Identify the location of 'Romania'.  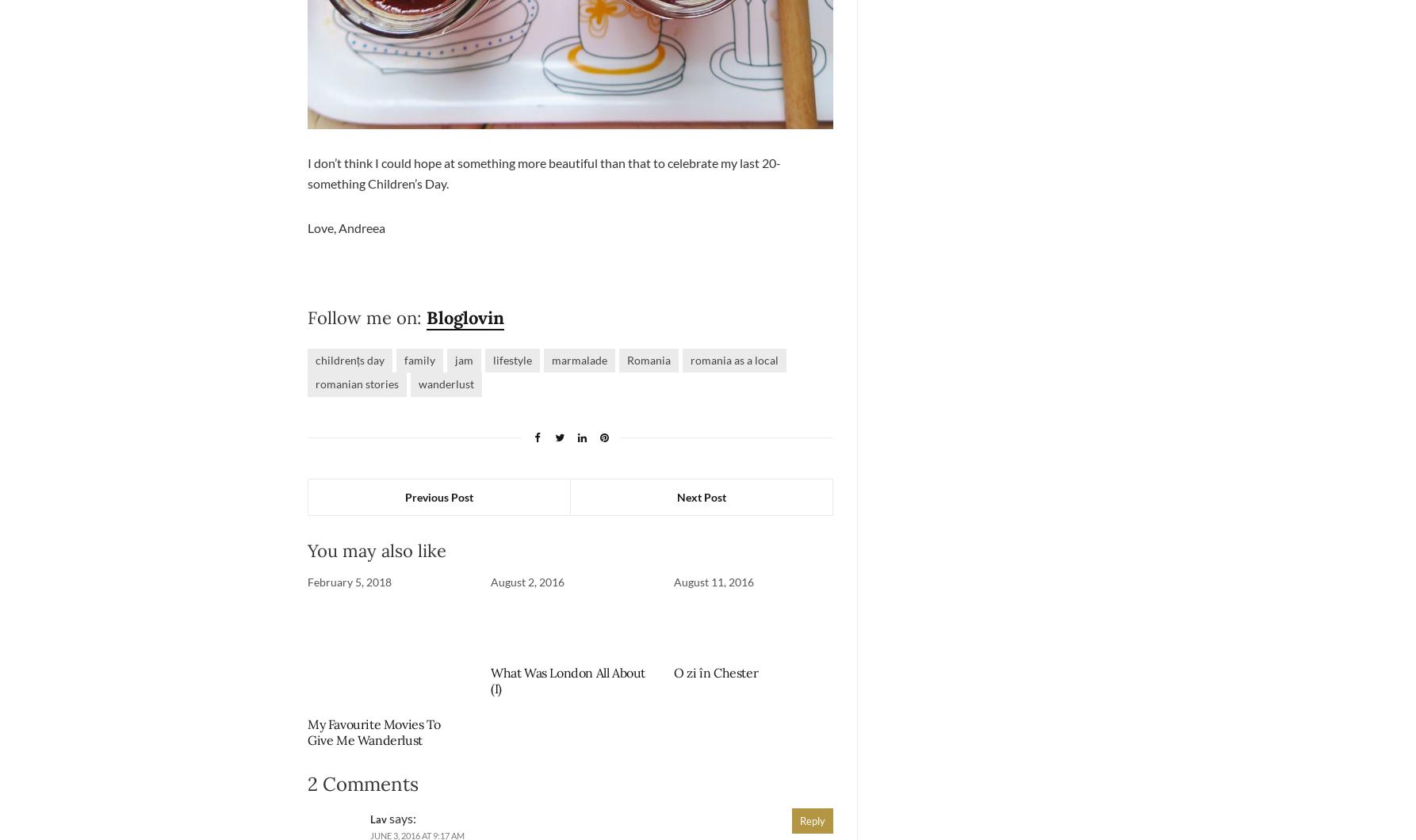
(647, 358).